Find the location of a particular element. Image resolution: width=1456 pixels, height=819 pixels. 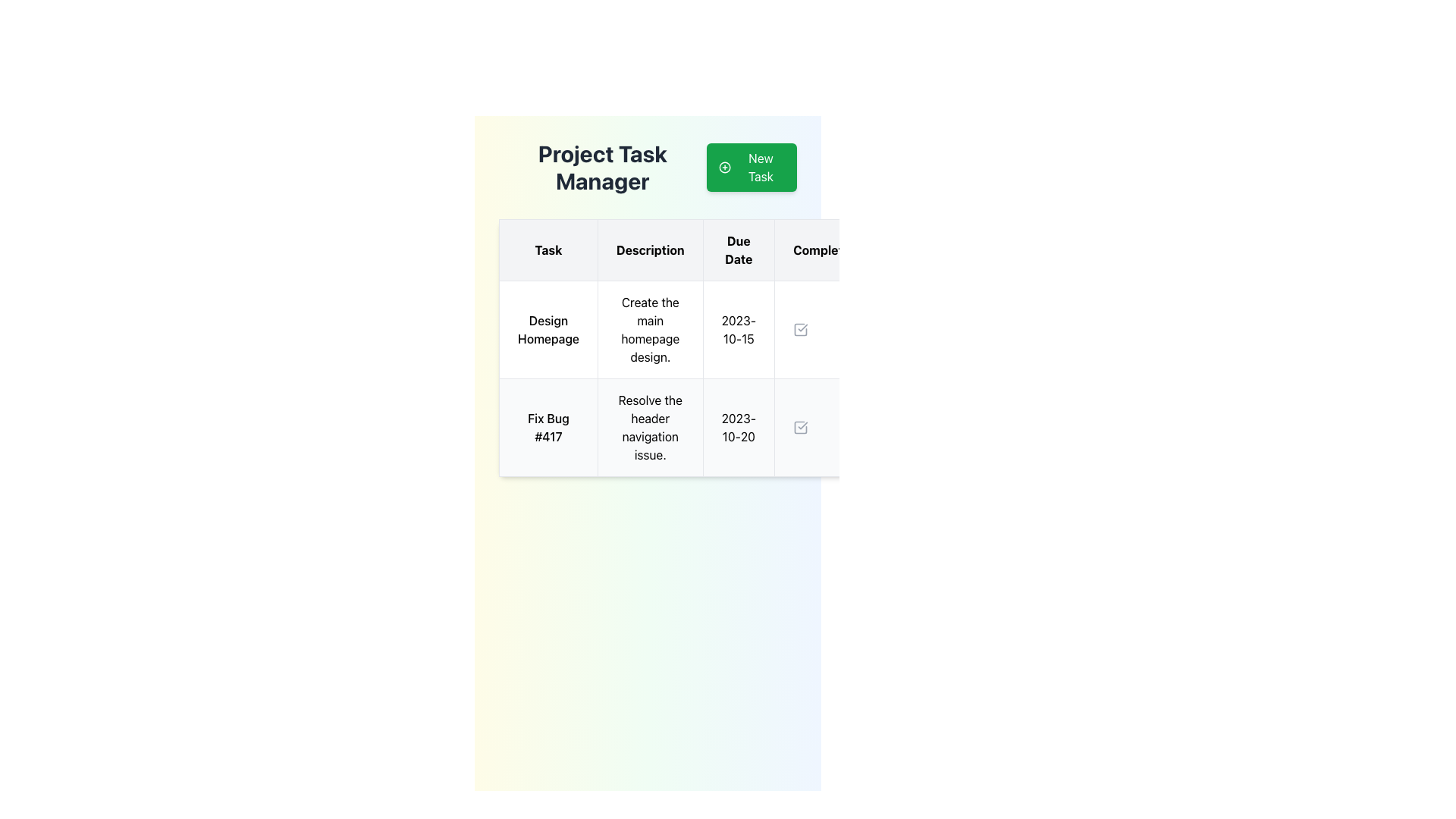

on the task title label in the second row of the task column in the project management interface is located at coordinates (548, 427).